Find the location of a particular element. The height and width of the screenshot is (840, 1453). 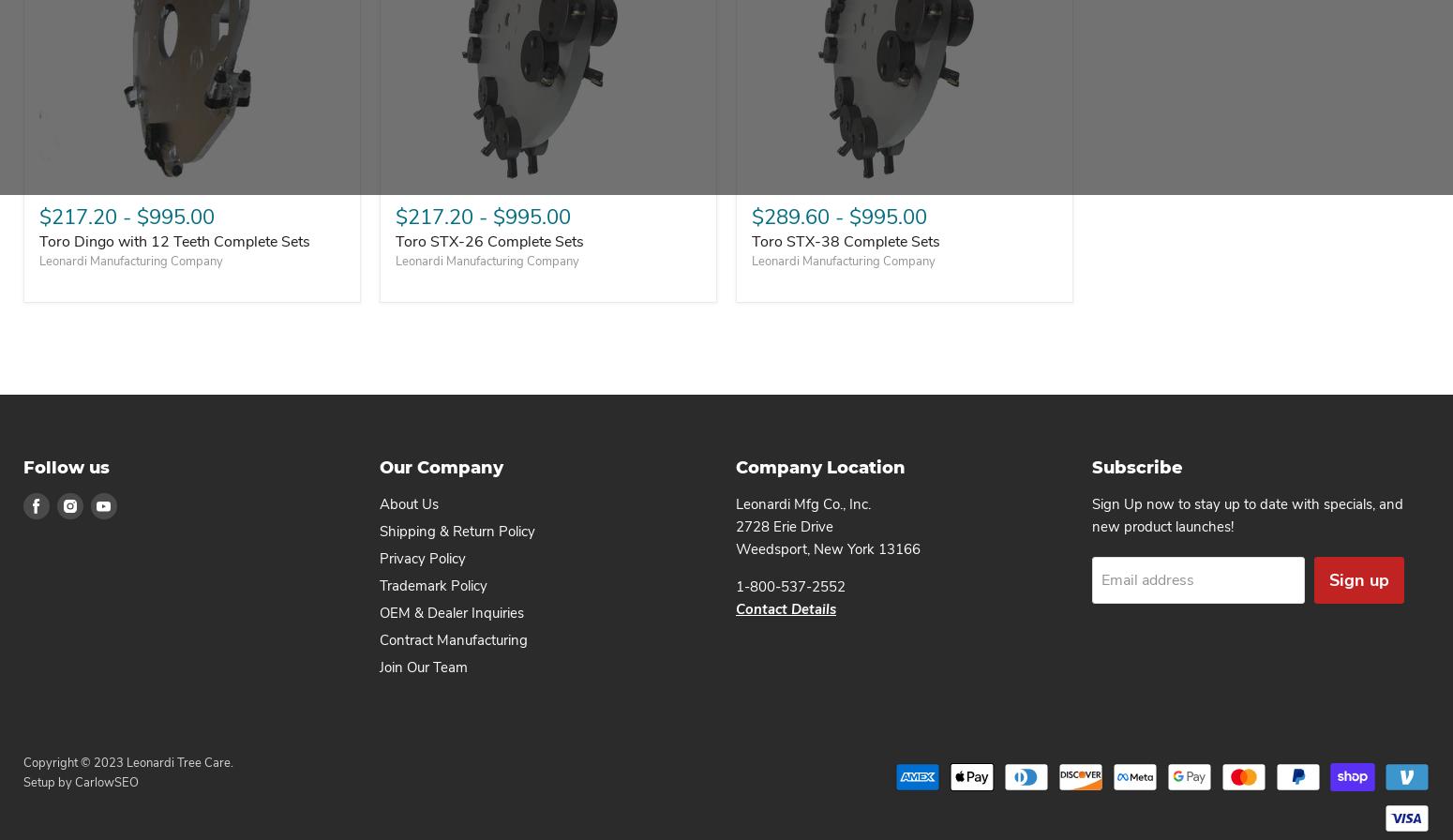

'Privacy Policy' is located at coordinates (423, 558).